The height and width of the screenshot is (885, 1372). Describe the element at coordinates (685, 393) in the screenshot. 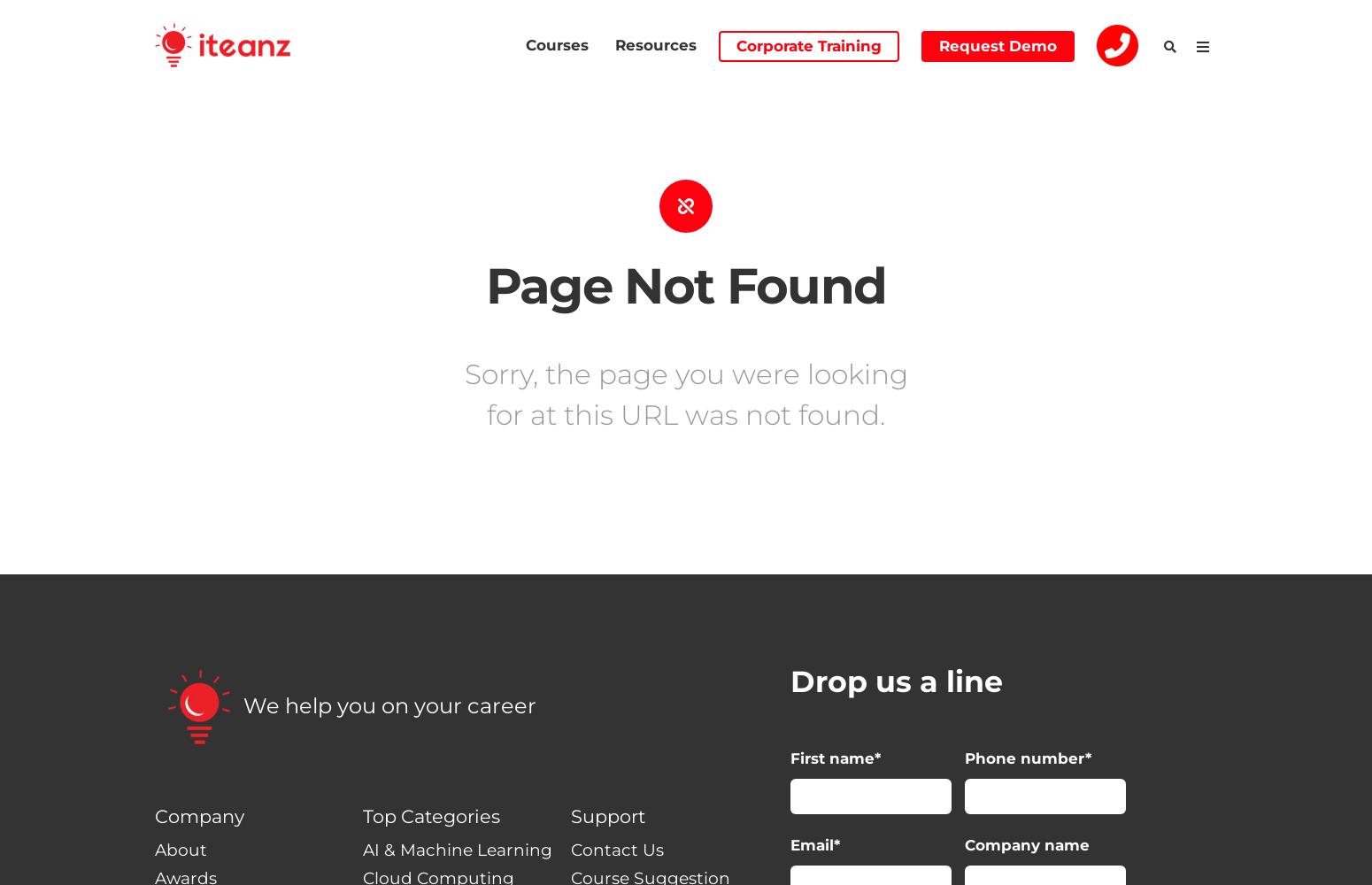

I see `'Sorry, the page you were looking for at this URL was not found.'` at that location.